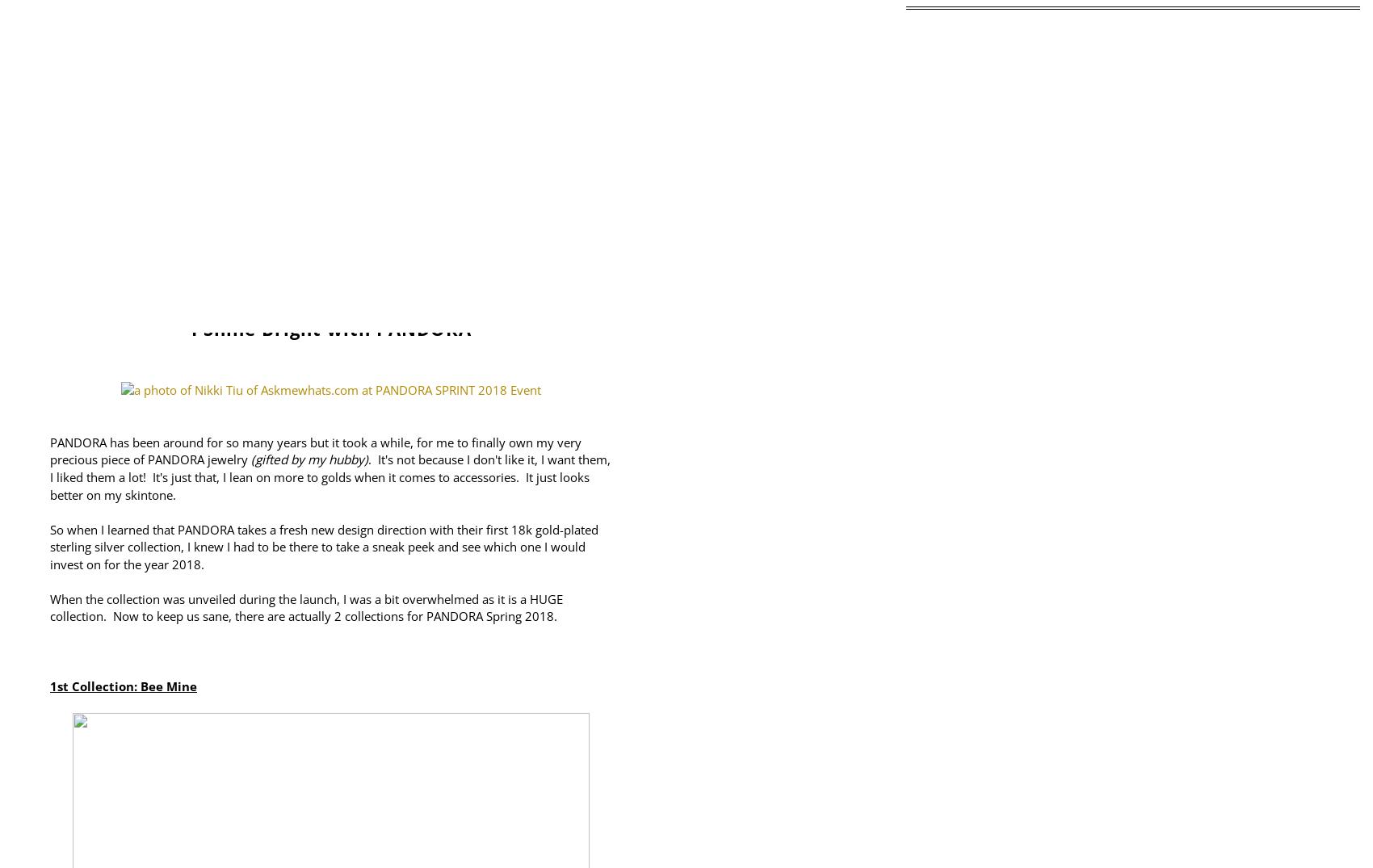  What do you see at coordinates (323, 547) in the screenshot?
I see `'So when I learned that PANDORA takes a fresh new design direction with their first 18k gold-plated sterling silver collection, I knew I had to be there to take a sneak peek and see which one I would invest on for the year 2018.'` at bounding box center [323, 547].